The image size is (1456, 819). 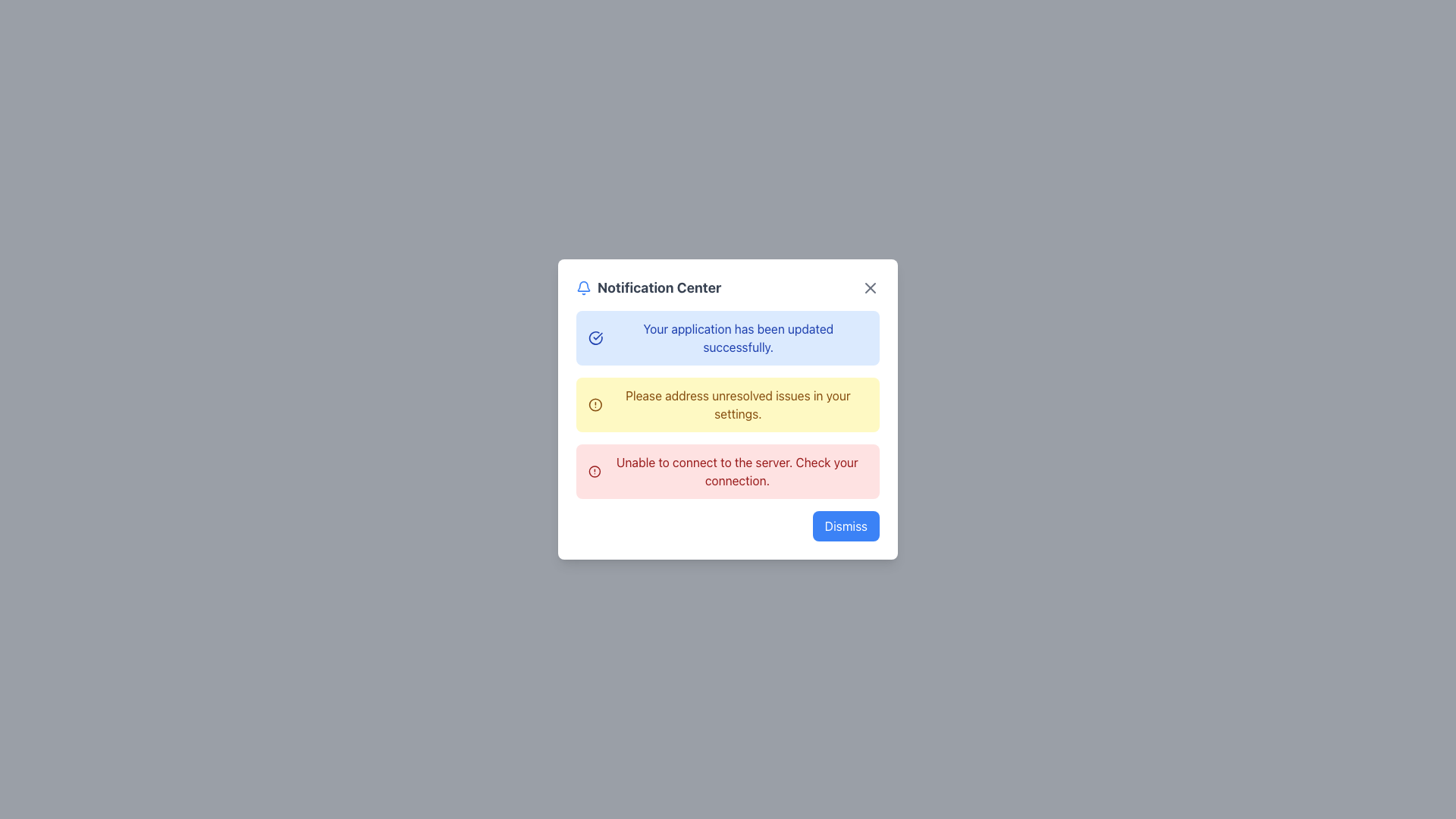 I want to click on the notification box with red background stating 'Unable to connect to the server. Check your connection.' by clicking on it, so click(x=728, y=470).